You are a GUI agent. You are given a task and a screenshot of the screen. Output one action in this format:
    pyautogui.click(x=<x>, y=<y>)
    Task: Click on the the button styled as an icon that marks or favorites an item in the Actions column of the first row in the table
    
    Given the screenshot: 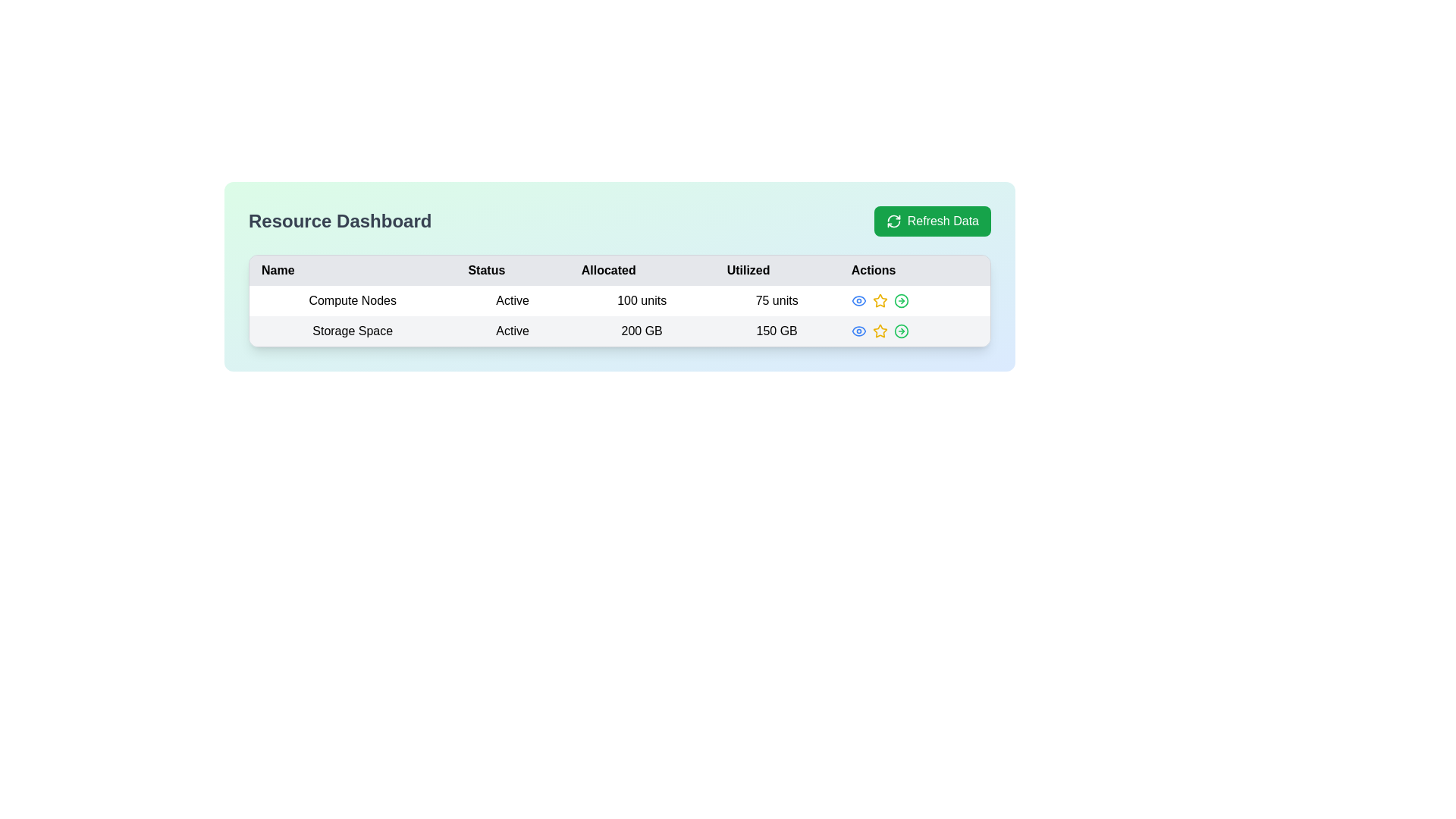 What is the action you would take?
    pyautogui.click(x=880, y=330)
    